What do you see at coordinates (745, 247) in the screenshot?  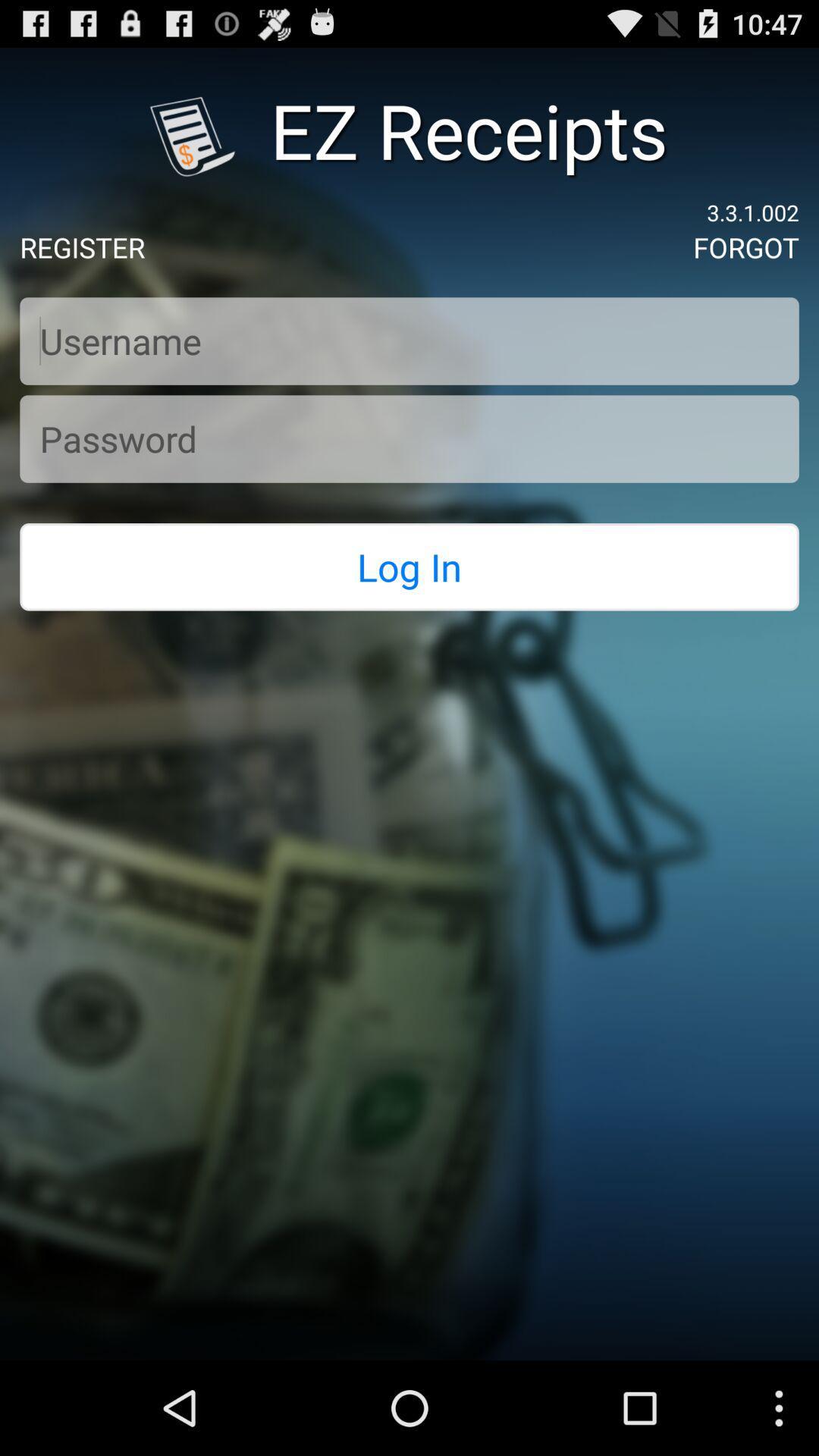 I see `the forgot` at bounding box center [745, 247].